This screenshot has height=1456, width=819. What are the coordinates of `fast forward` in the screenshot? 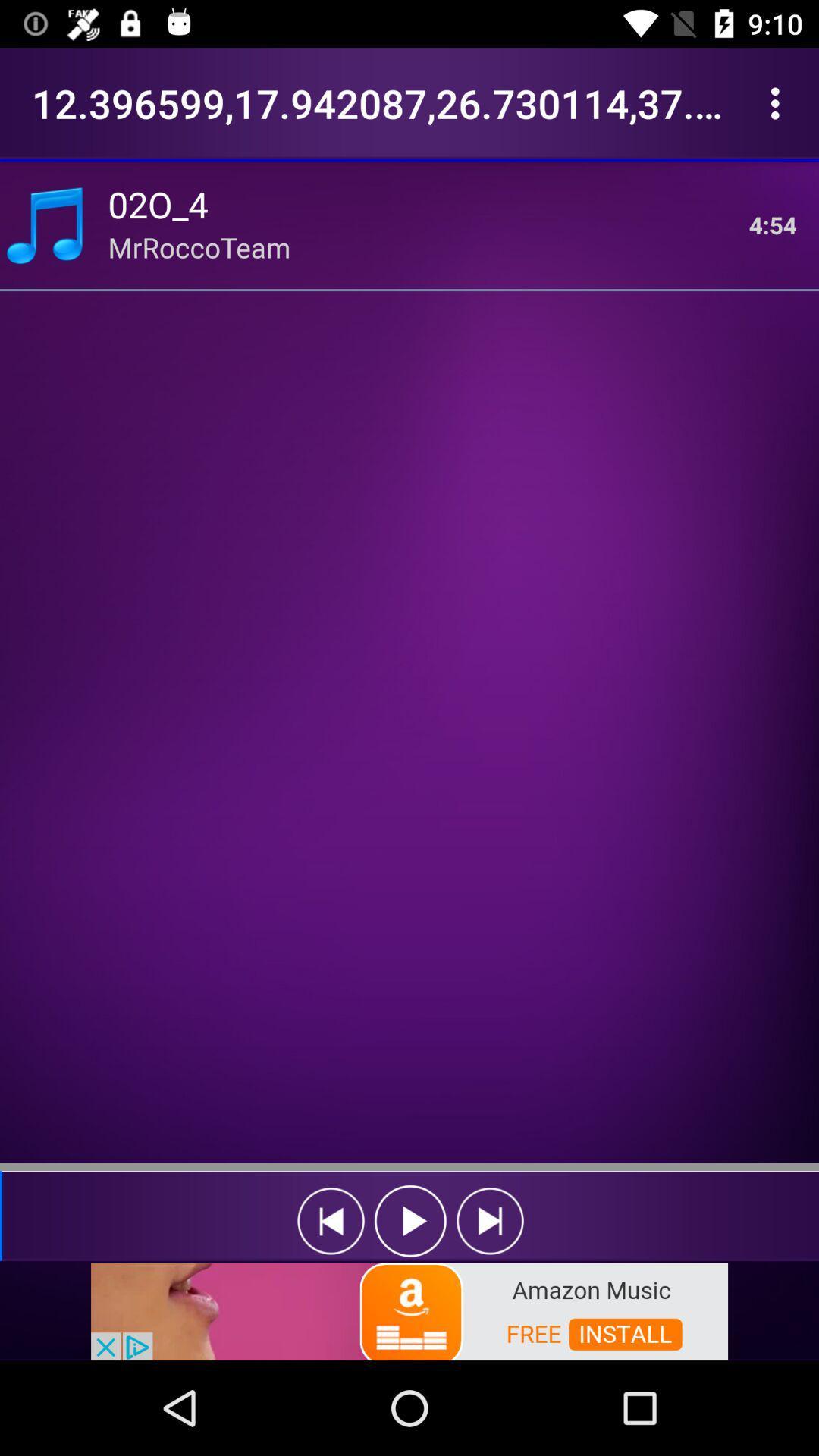 It's located at (490, 1221).